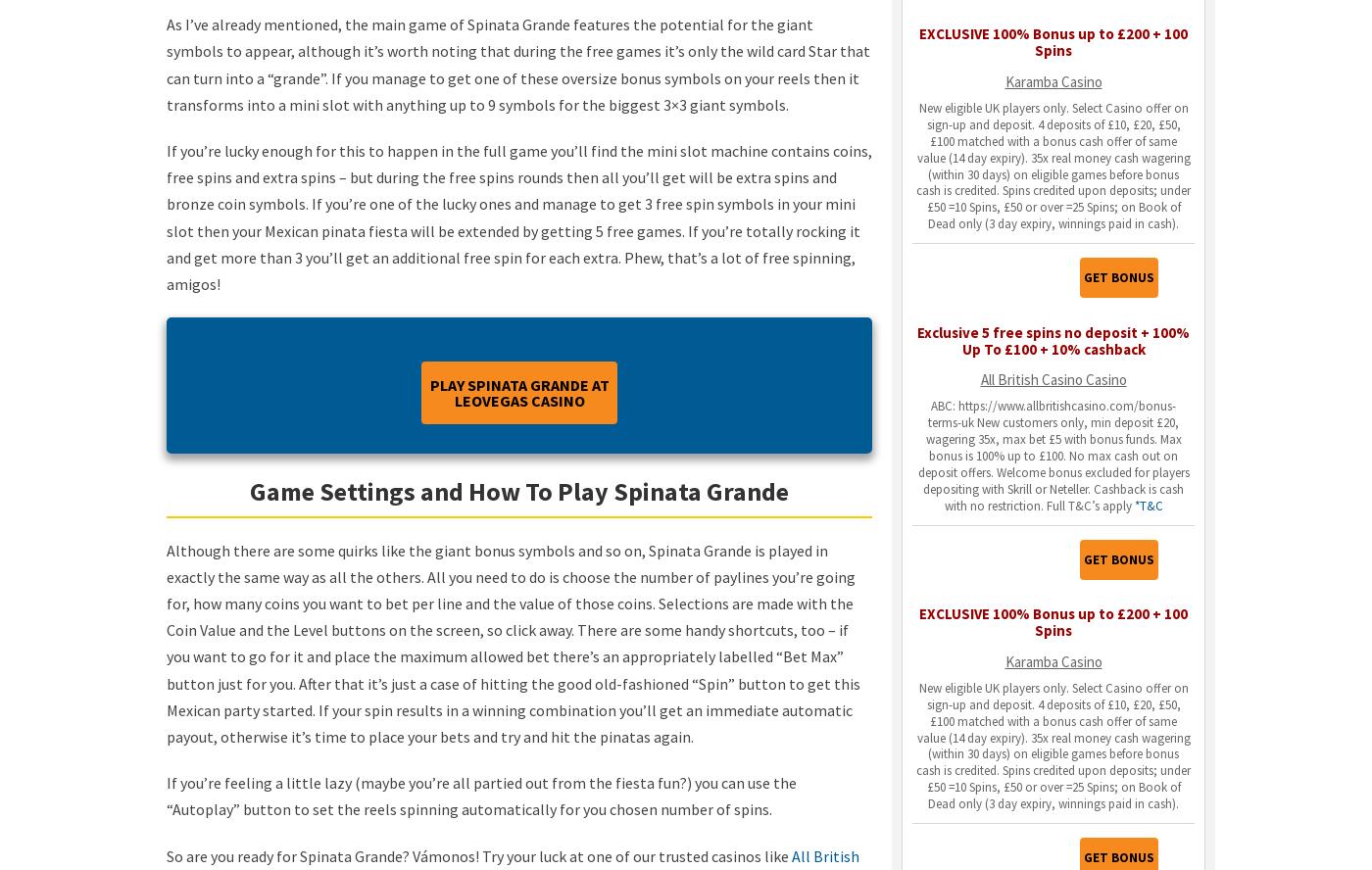 The height and width of the screenshot is (870, 1372). Describe the element at coordinates (1053, 455) in the screenshot. I see `'ABC: https://www.allbritishcasino.com/bonus-terms-uk New customers only, min deposit £20, wagering 35x, max bet £5 with bonus funds. Max bonus is 100% up to £100. No max cash out on deposit offers. Welcome bonus excluded for players depositing with Skrill or Neteller. Cashback is cash with no restriction. Full T&C’s apply'` at that location.